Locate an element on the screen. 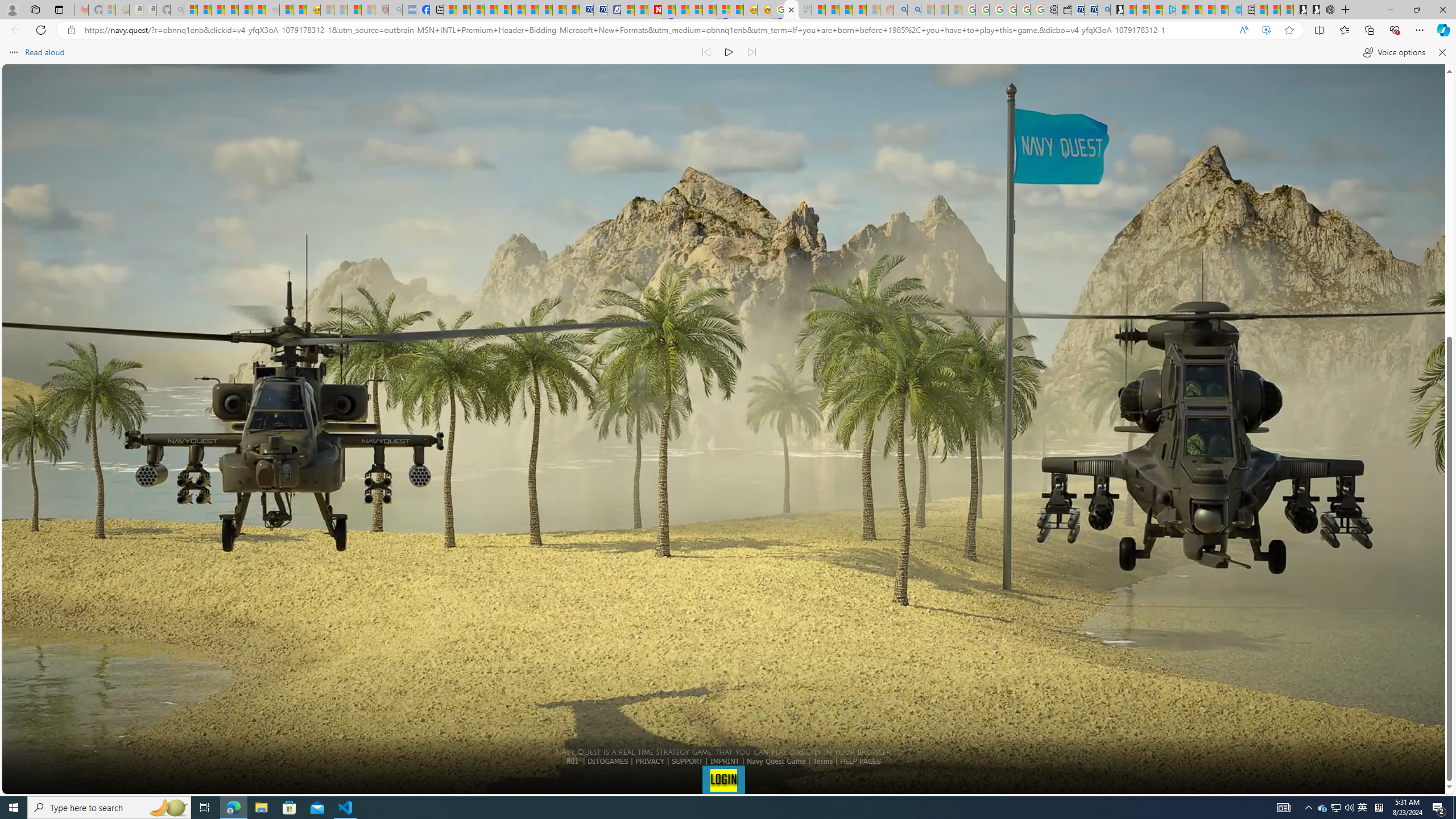  'Navy Quest Game' is located at coordinates (776, 760).